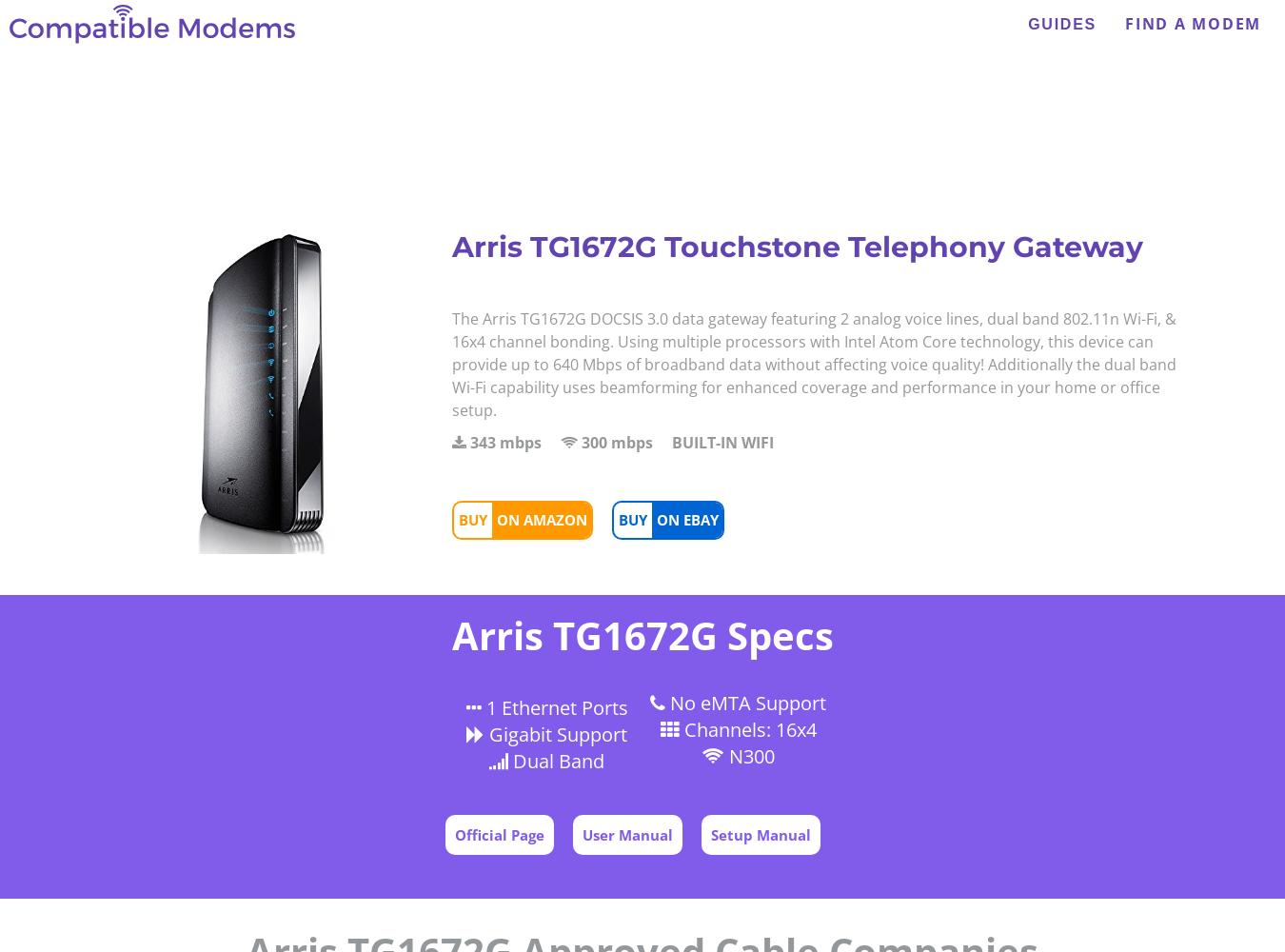  I want to click on 'Arris TG1672G Specs', so click(642, 635).